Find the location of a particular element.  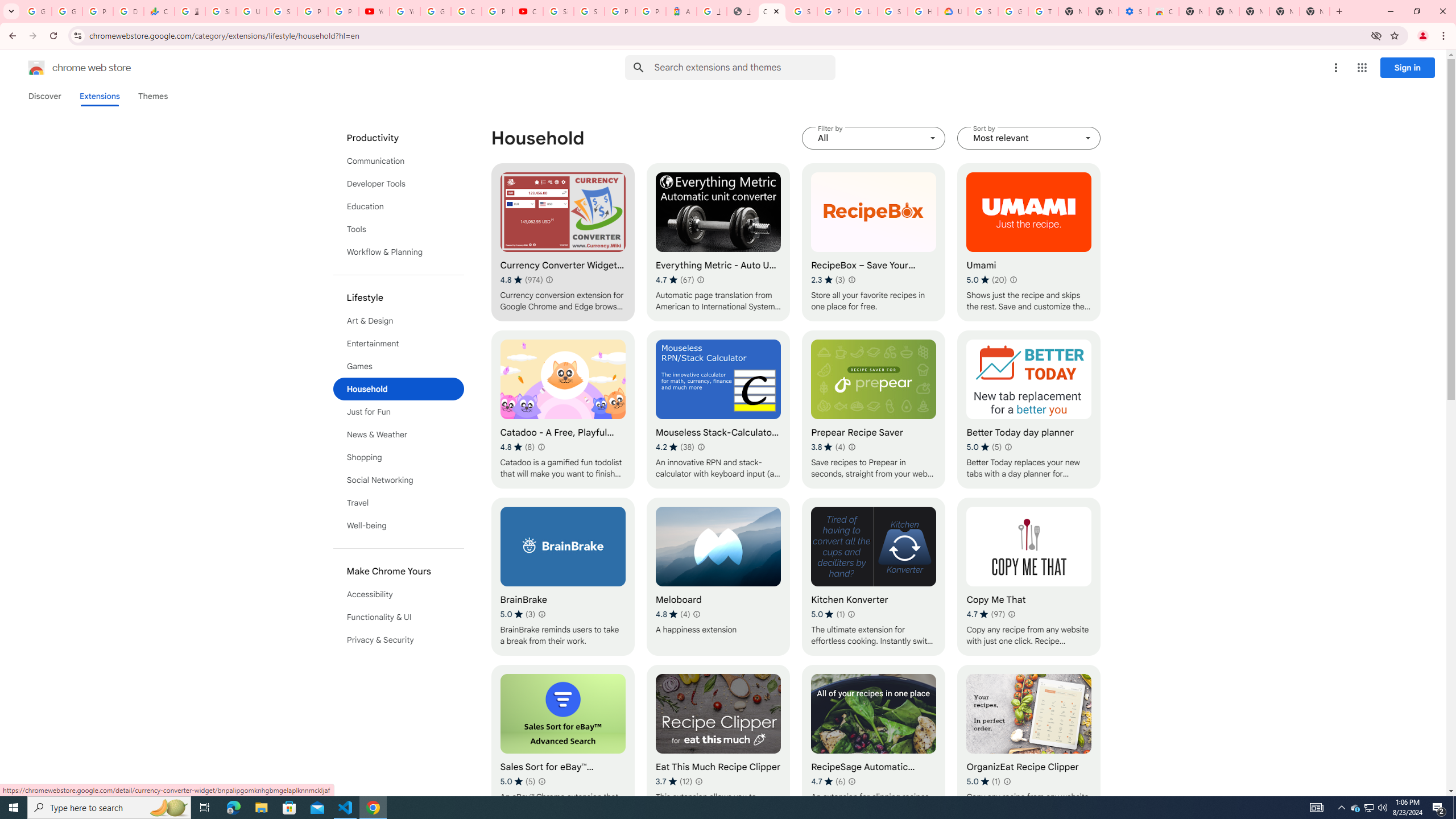

'Create your Google Account' is located at coordinates (466, 11).